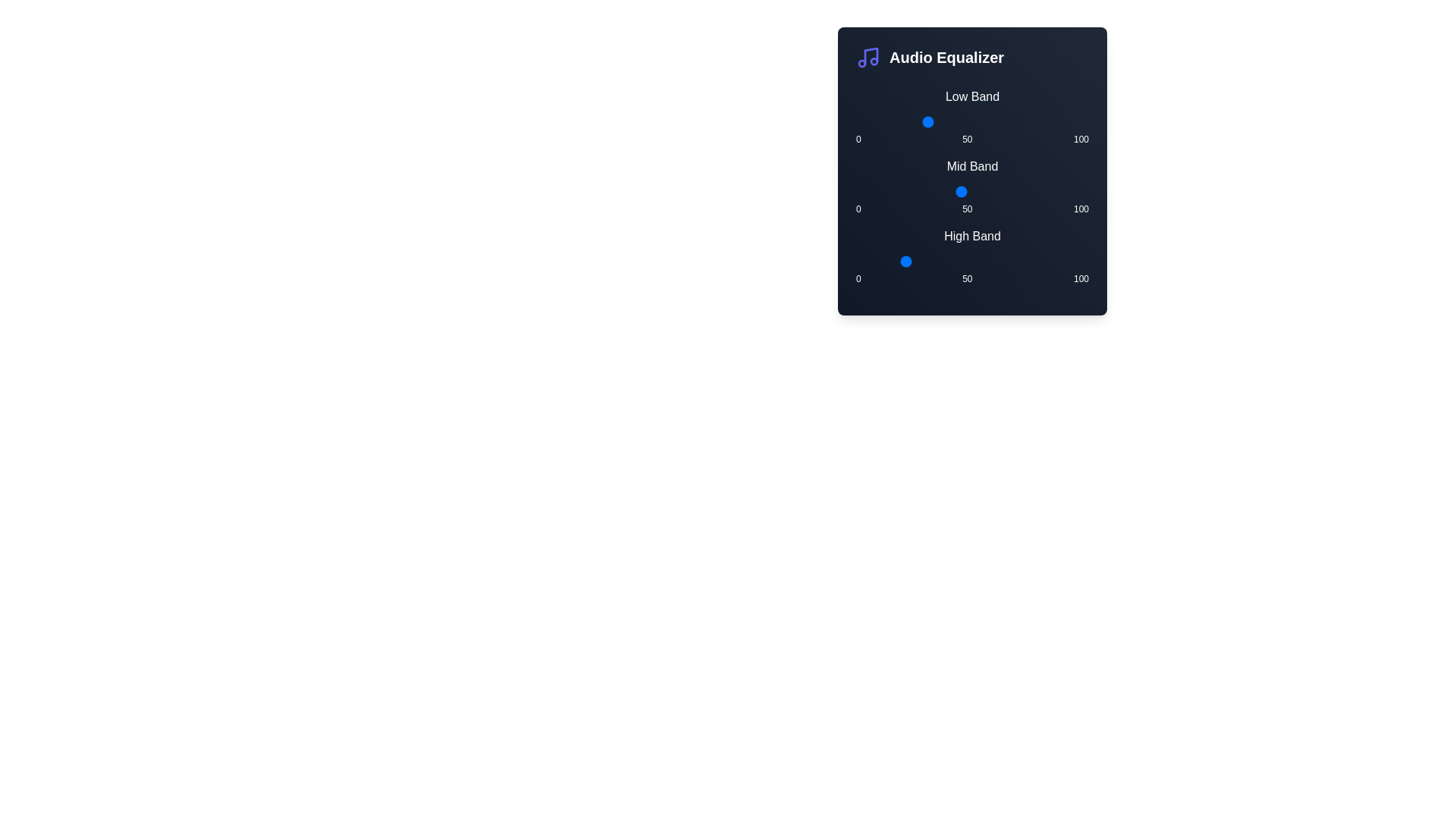 This screenshot has width=1456, height=819. I want to click on the Mid Band slider to set its value to 42, so click(952, 191).